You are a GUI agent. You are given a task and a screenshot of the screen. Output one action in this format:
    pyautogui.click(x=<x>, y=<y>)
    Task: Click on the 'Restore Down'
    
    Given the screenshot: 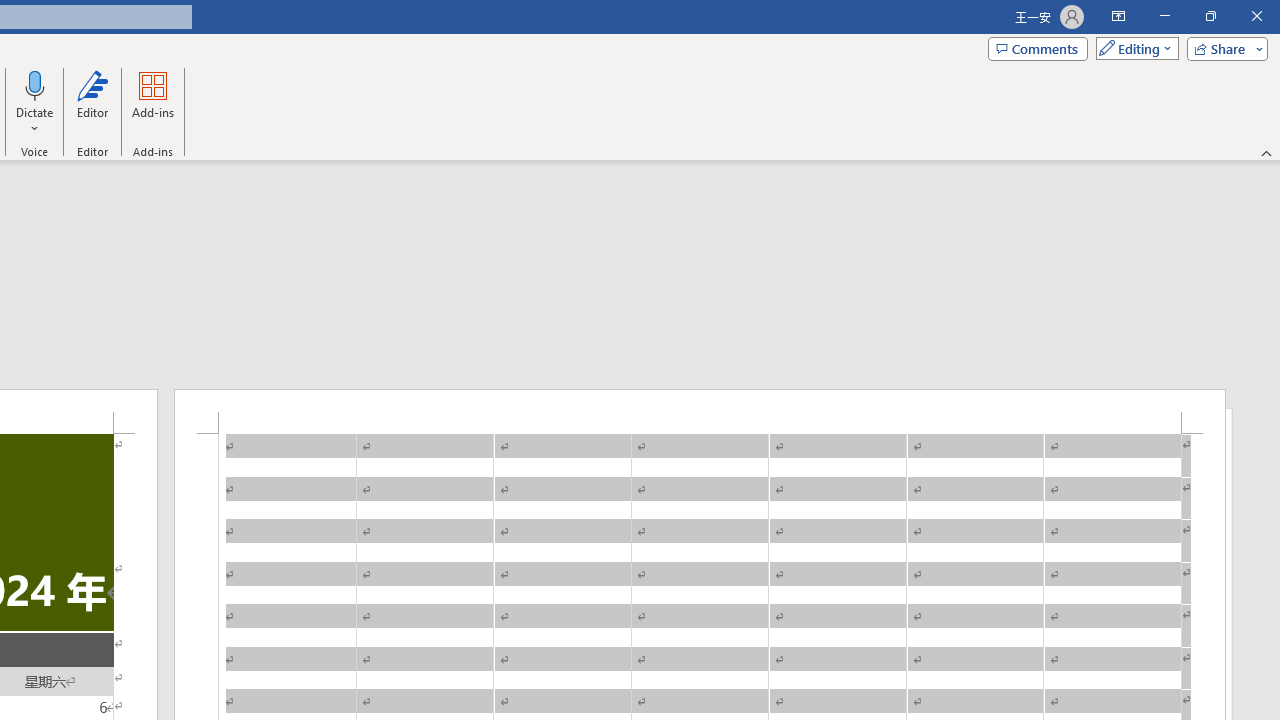 What is the action you would take?
    pyautogui.click(x=1209, y=16)
    